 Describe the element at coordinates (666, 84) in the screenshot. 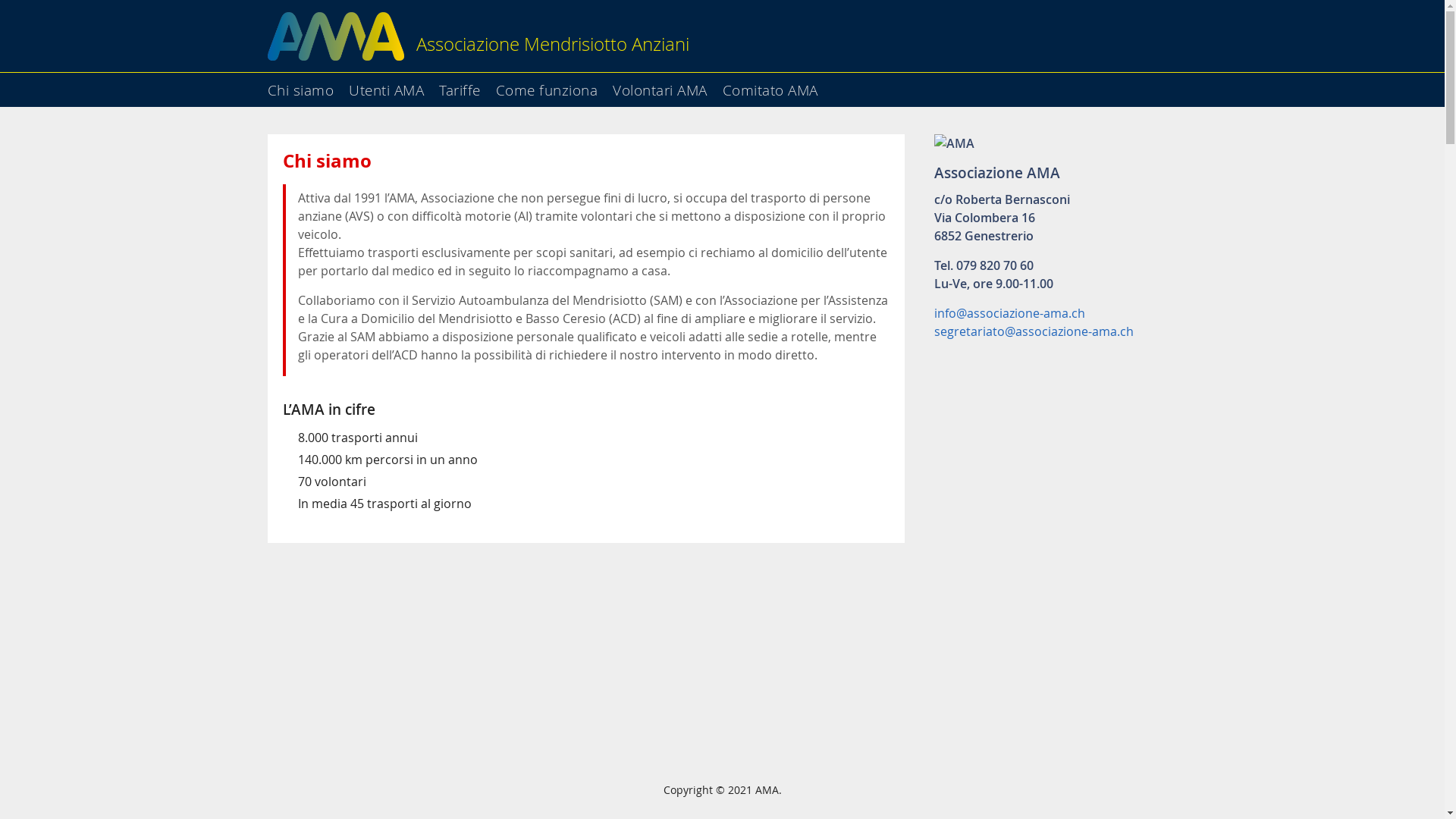

I see `'Volontari AMA'` at that location.